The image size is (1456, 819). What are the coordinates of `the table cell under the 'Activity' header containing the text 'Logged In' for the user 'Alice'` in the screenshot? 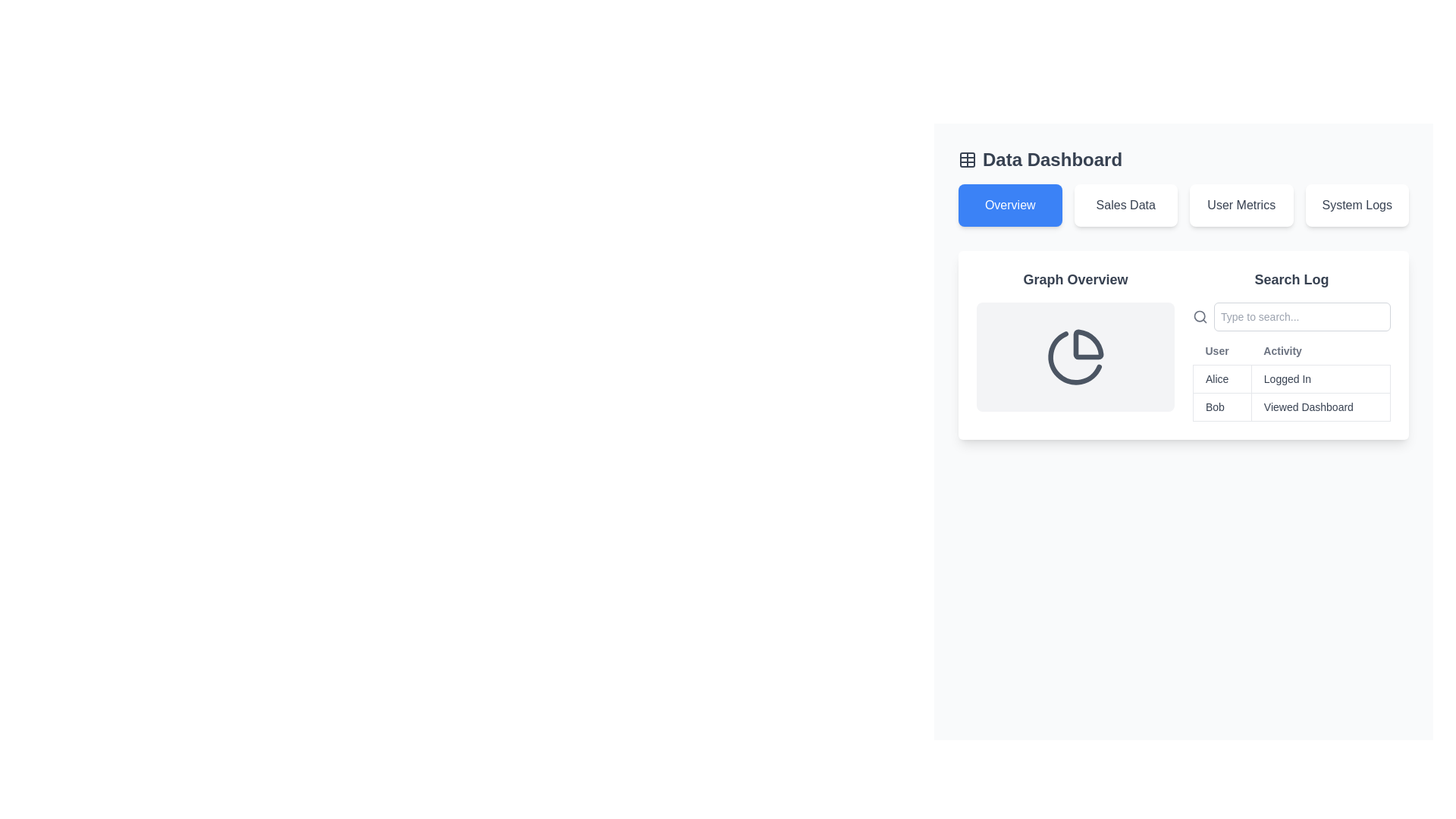 It's located at (1291, 378).